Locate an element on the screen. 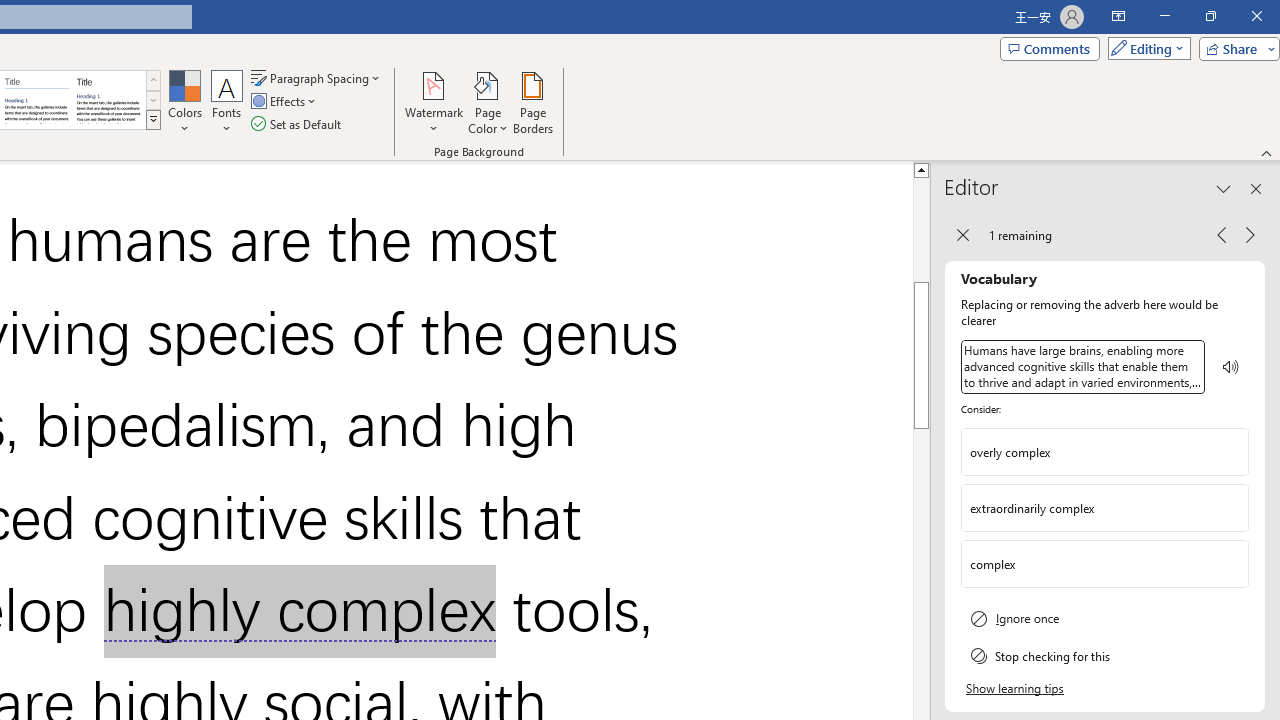  'Fonts' is located at coordinates (227, 103).